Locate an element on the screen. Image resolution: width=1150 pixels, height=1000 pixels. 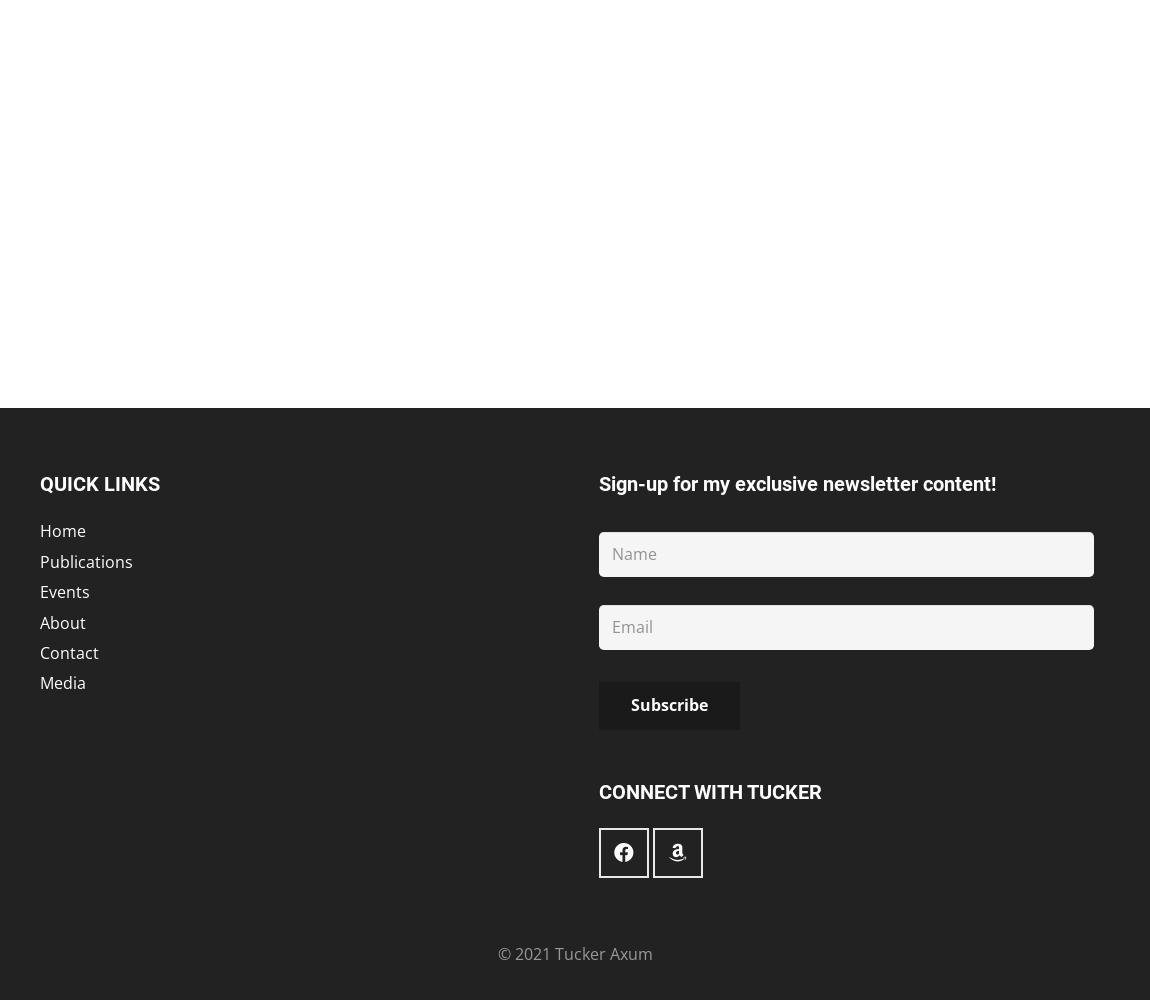
'Amazon' is located at coordinates (677, 784).